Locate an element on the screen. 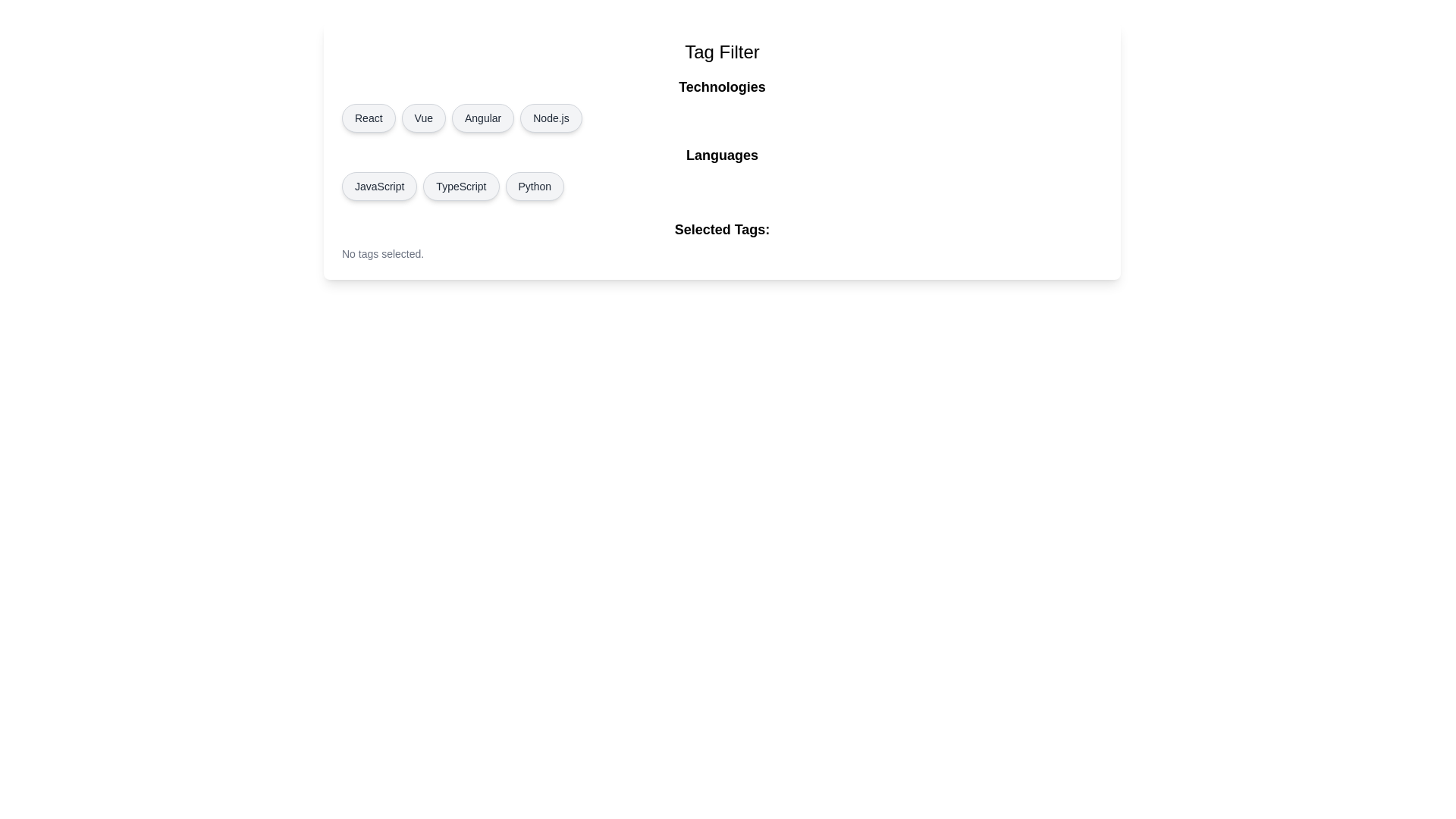  the 'Node.js' button, which is the fourth button in a horizontal row of filter options is located at coordinates (550, 117).